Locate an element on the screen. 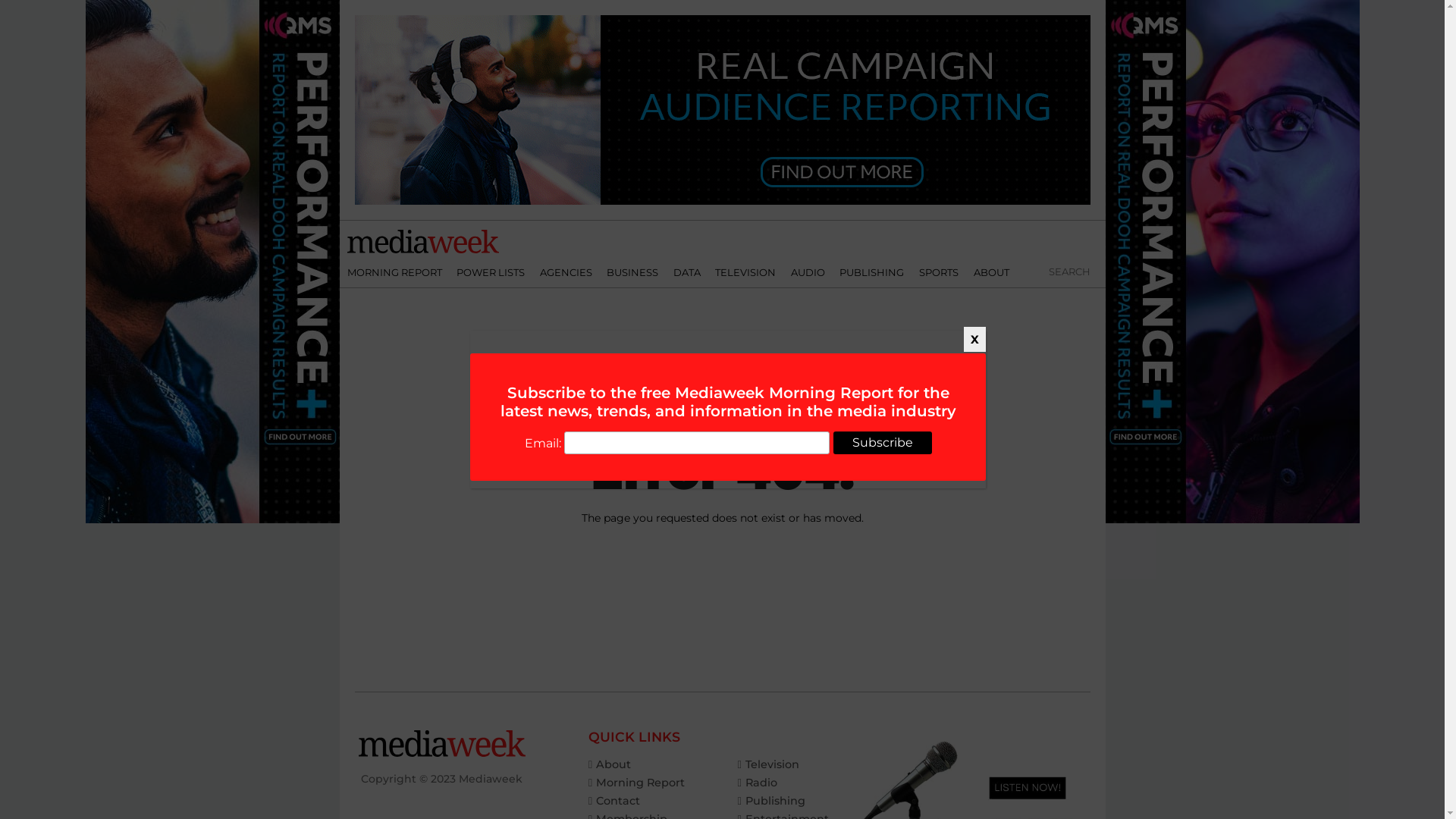 Image resolution: width=1456 pixels, height=819 pixels. 'X' is located at coordinates (974, 338).